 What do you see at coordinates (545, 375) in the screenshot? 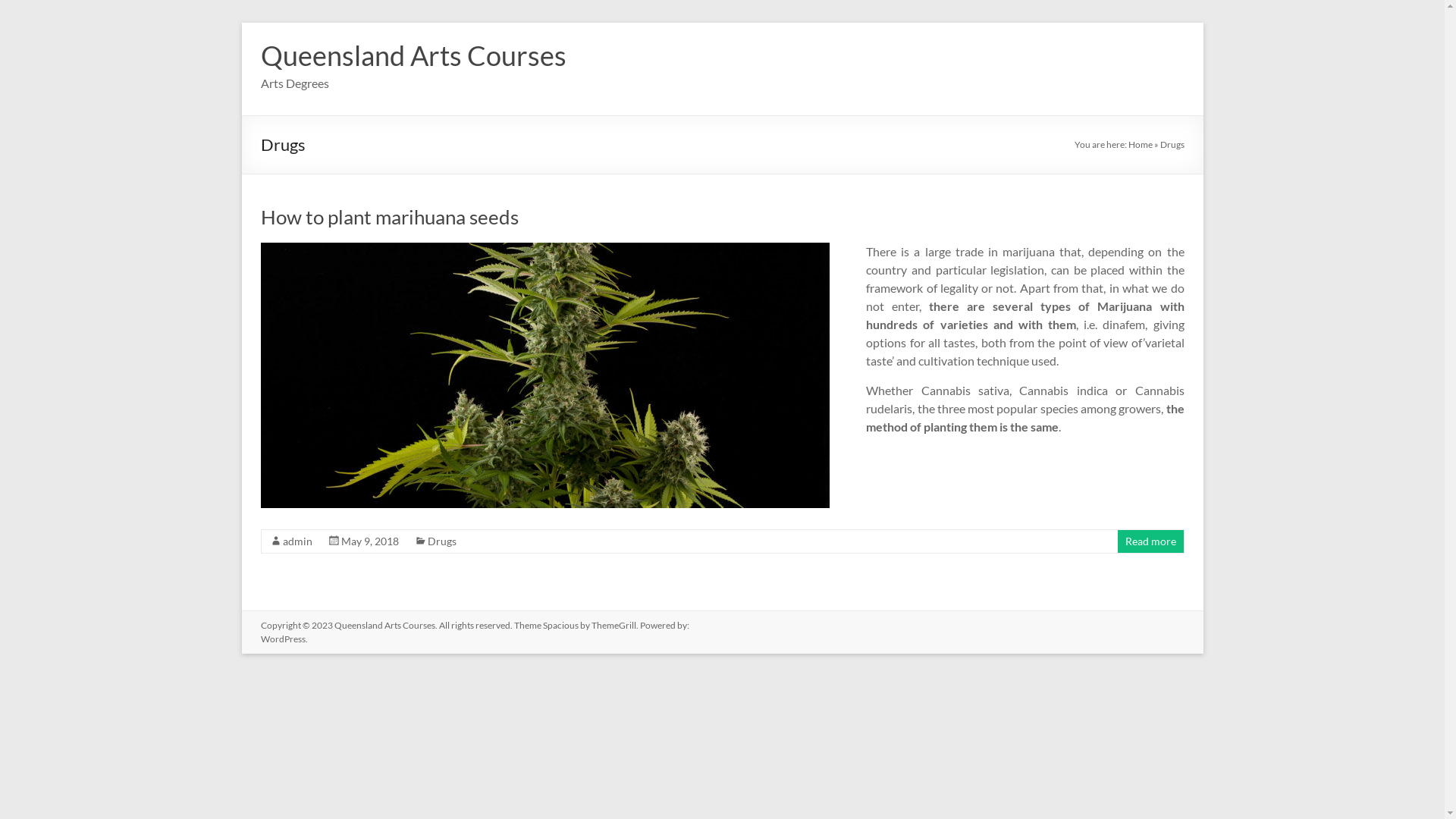
I see `'How to plant marihuana seeds'` at bounding box center [545, 375].